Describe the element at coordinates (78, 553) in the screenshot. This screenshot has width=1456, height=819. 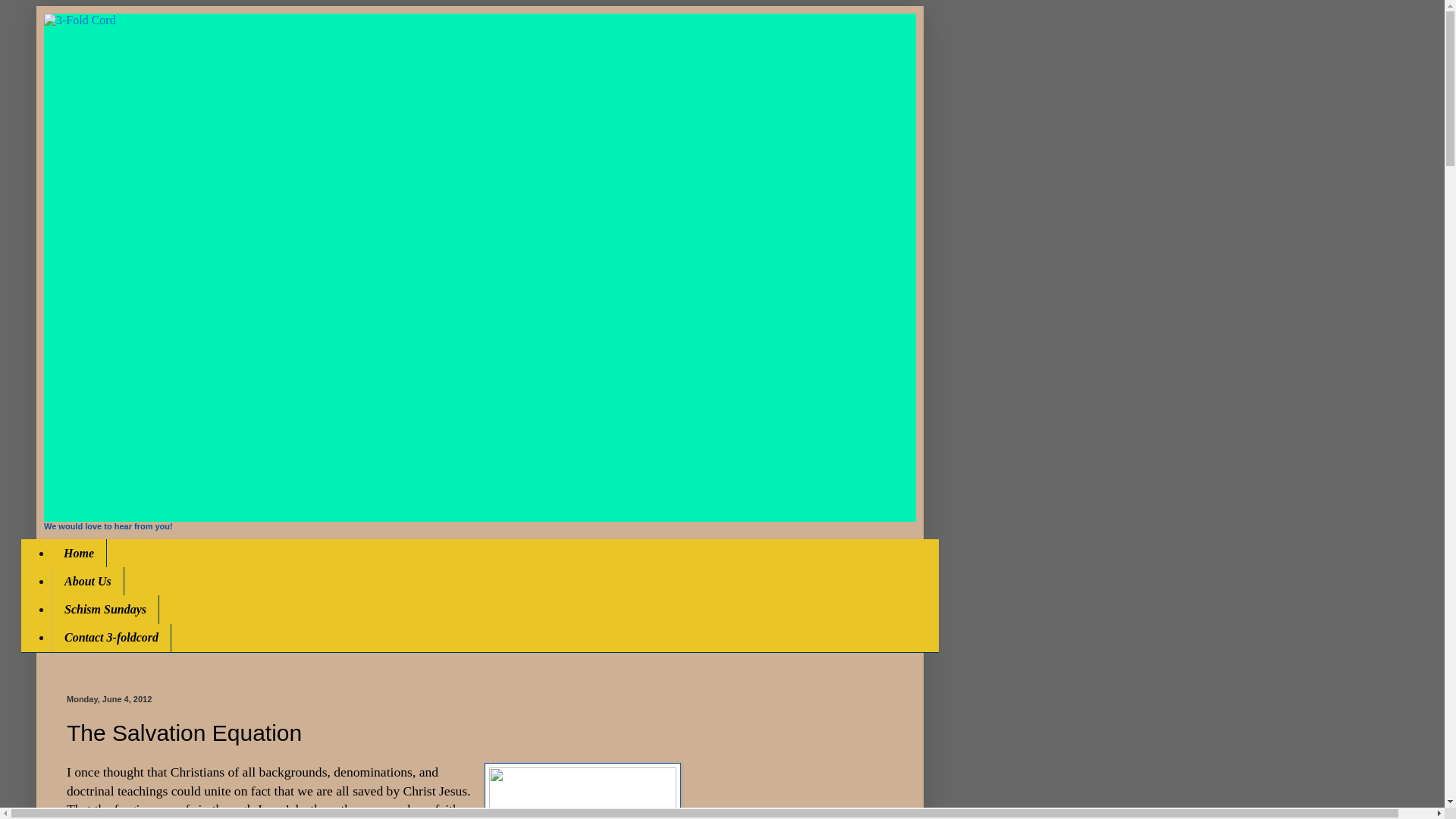
I see `'Home'` at that location.